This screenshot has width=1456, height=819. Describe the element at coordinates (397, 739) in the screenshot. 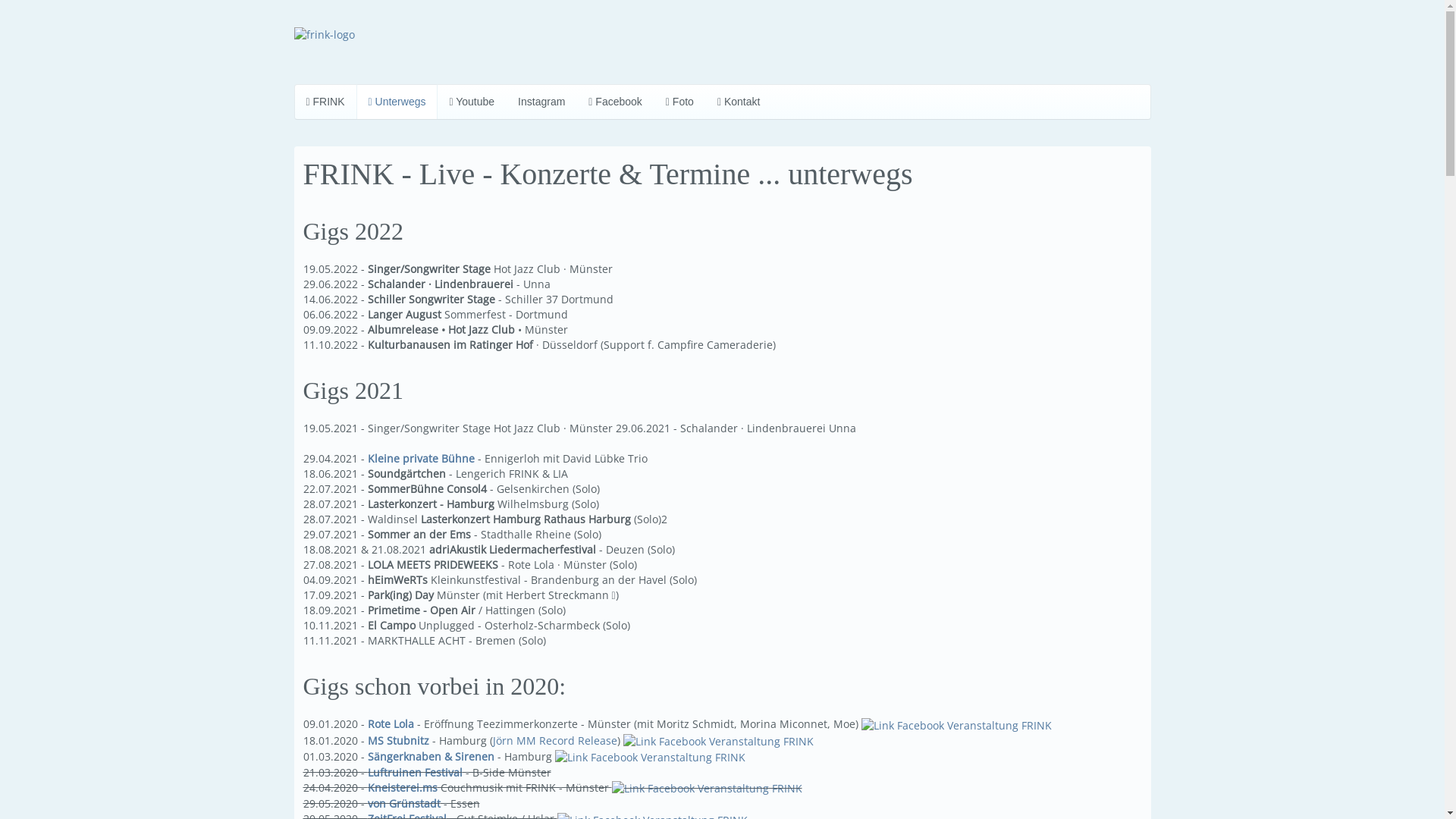

I see `'MS Stubnitz'` at that location.